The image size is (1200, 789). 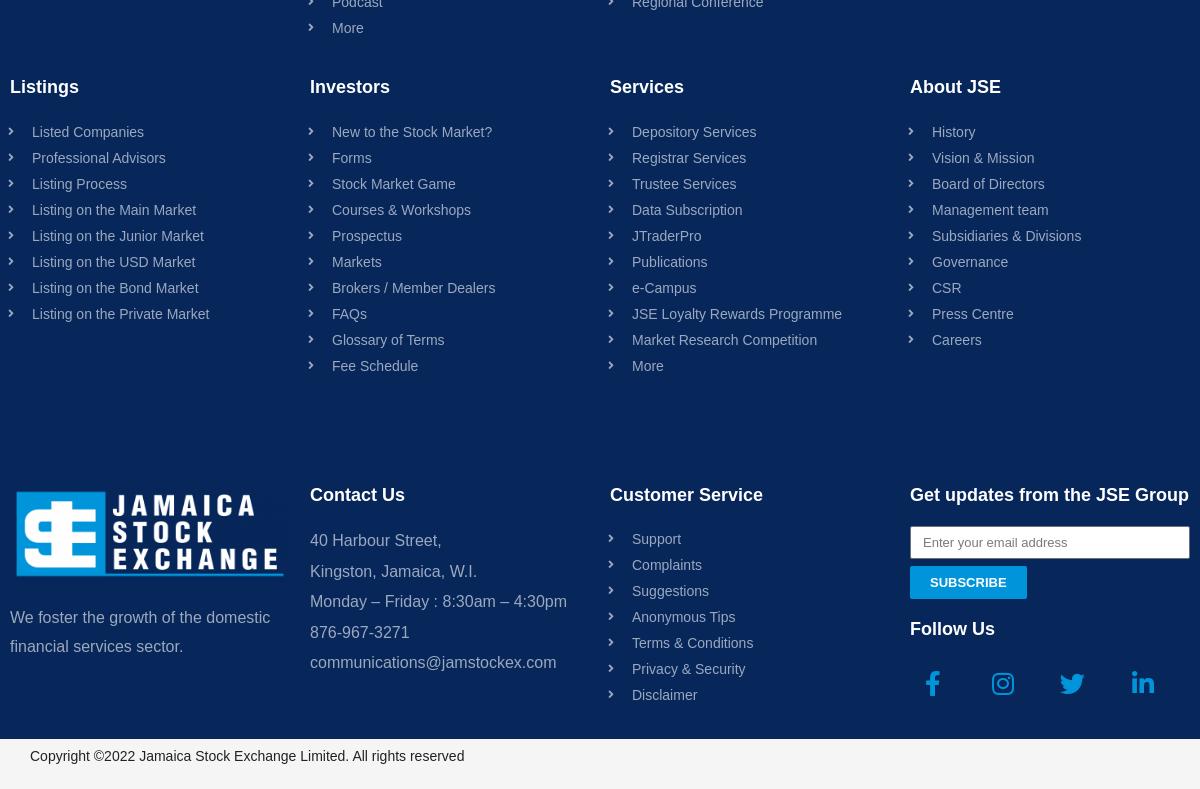 What do you see at coordinates (114, 208) in the screenshot?
I see `'Listing on the Main Market'` at bounding box center [114, 208].